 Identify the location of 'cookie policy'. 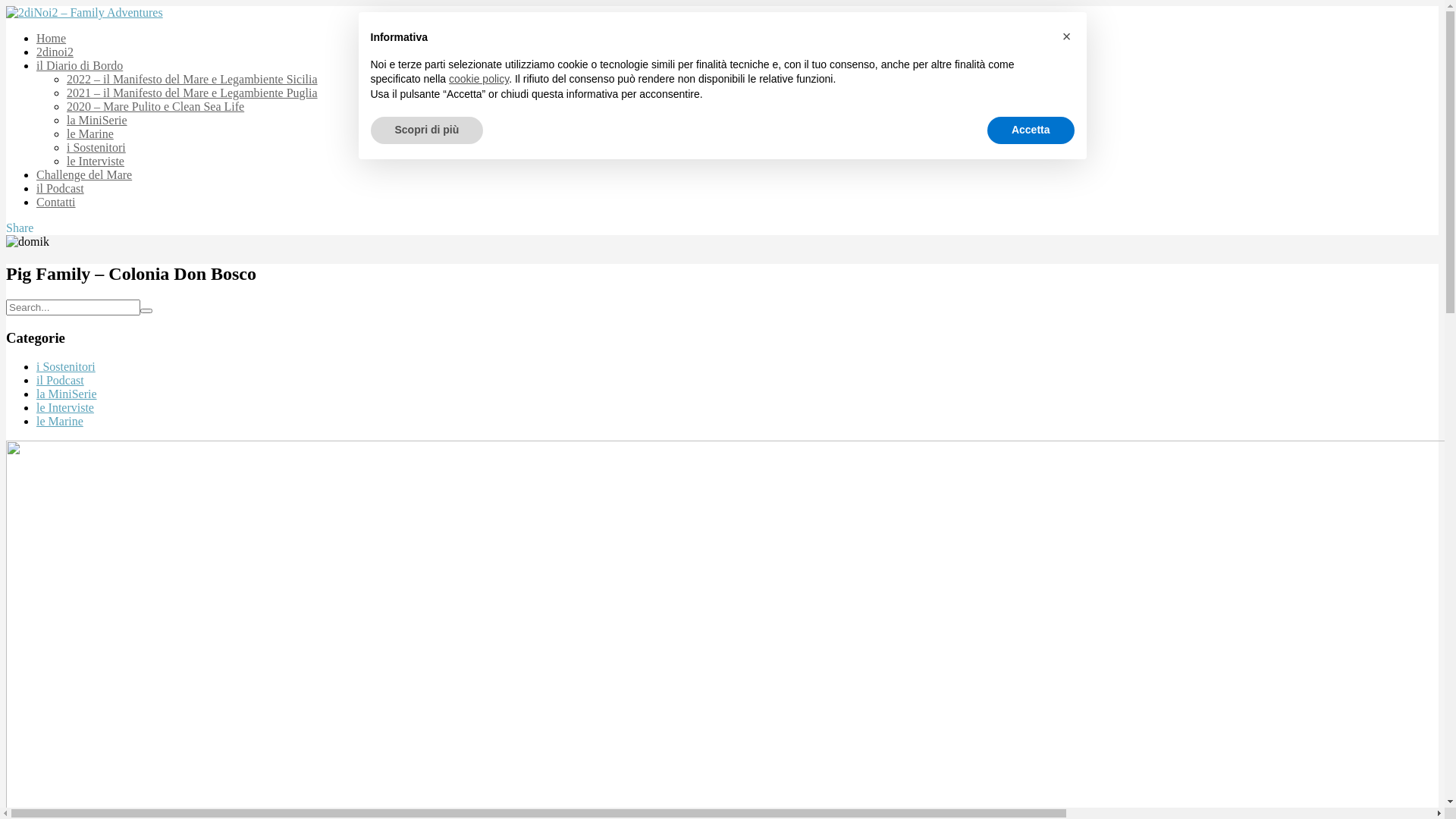
(478, 79).